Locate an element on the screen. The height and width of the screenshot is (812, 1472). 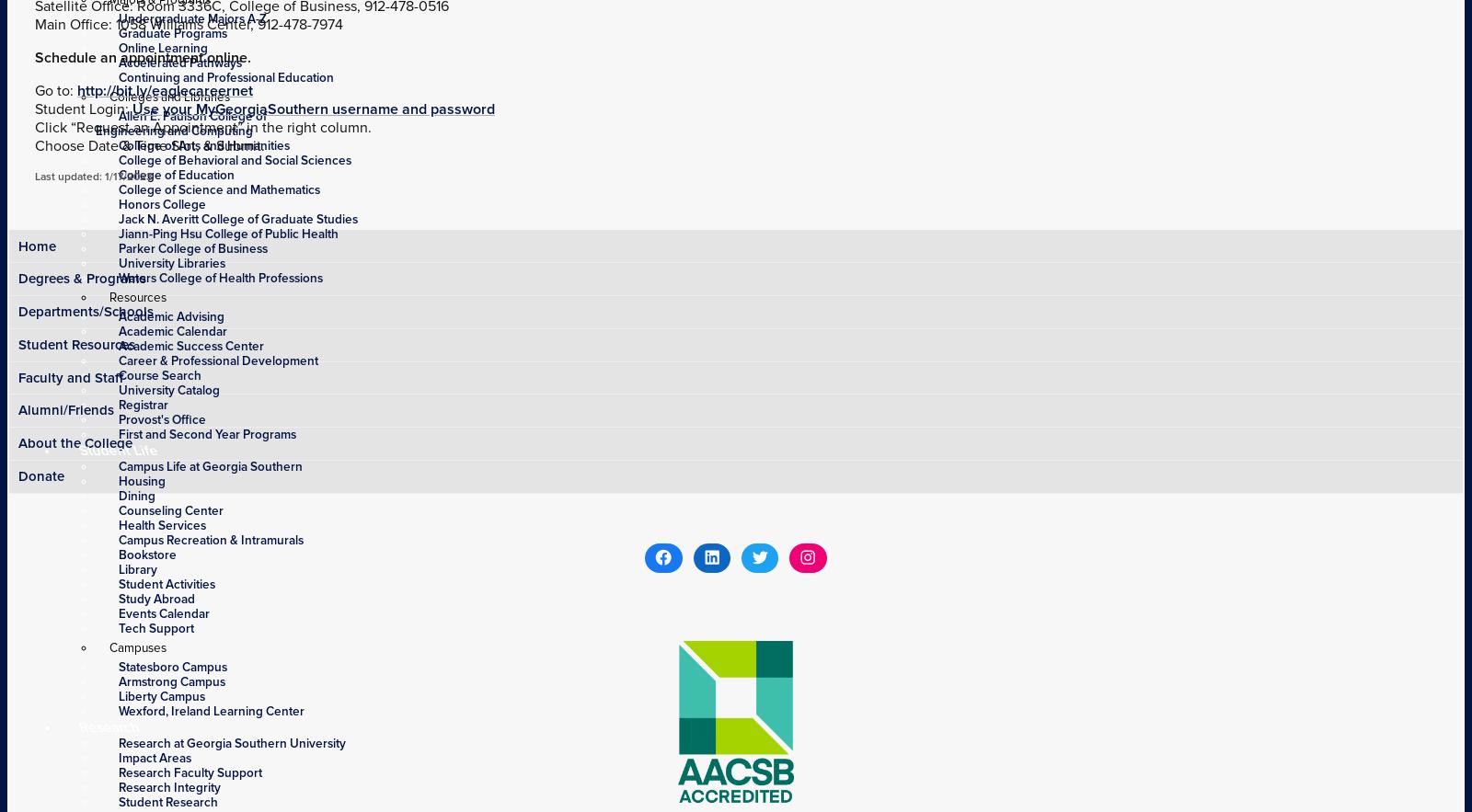
'Jack N. Averitt College of Graduate Studies' is located at coordinates (238, 218).